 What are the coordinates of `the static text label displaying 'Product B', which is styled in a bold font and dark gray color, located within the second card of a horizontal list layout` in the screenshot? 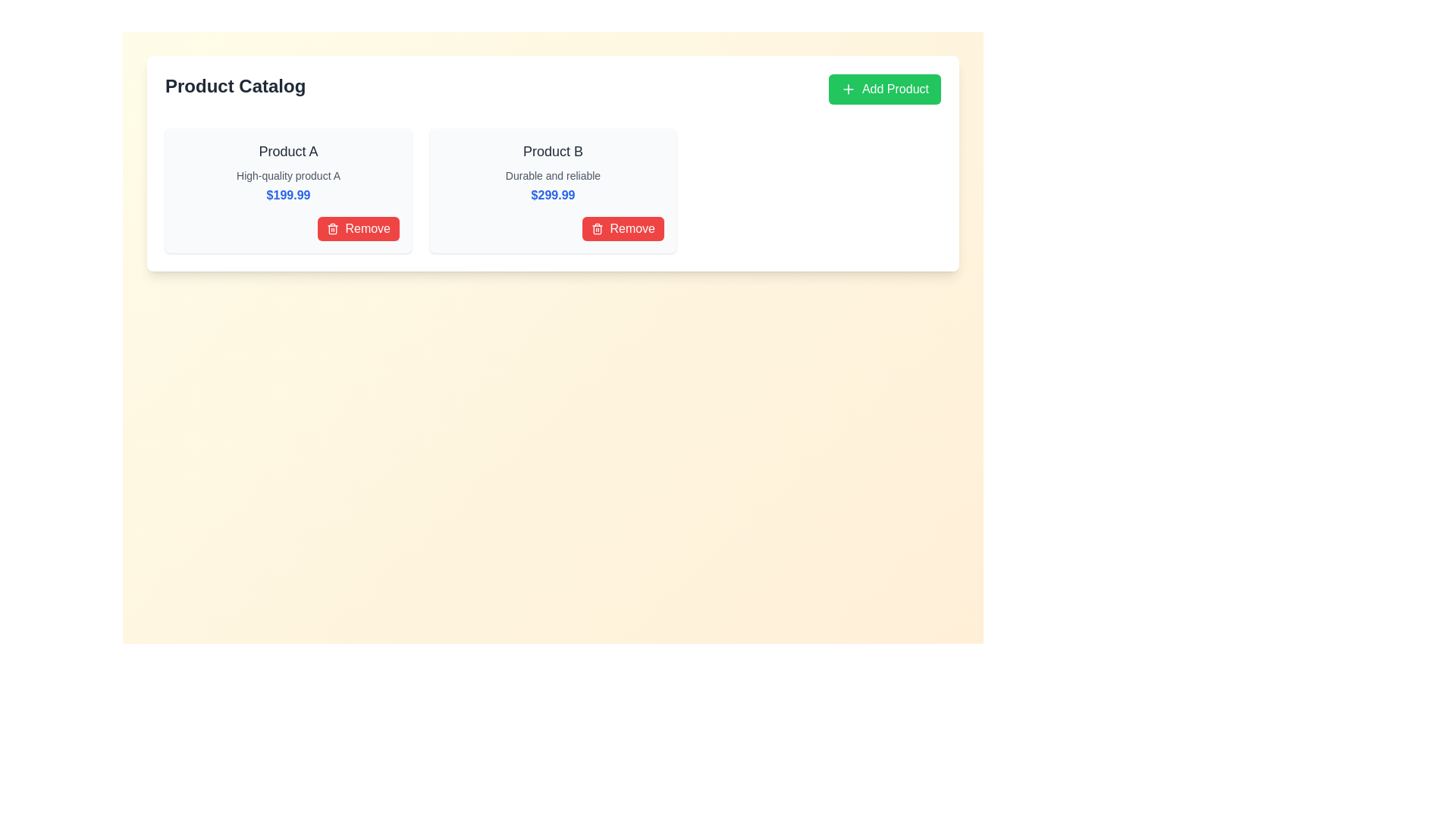 It's located at (552, 152).